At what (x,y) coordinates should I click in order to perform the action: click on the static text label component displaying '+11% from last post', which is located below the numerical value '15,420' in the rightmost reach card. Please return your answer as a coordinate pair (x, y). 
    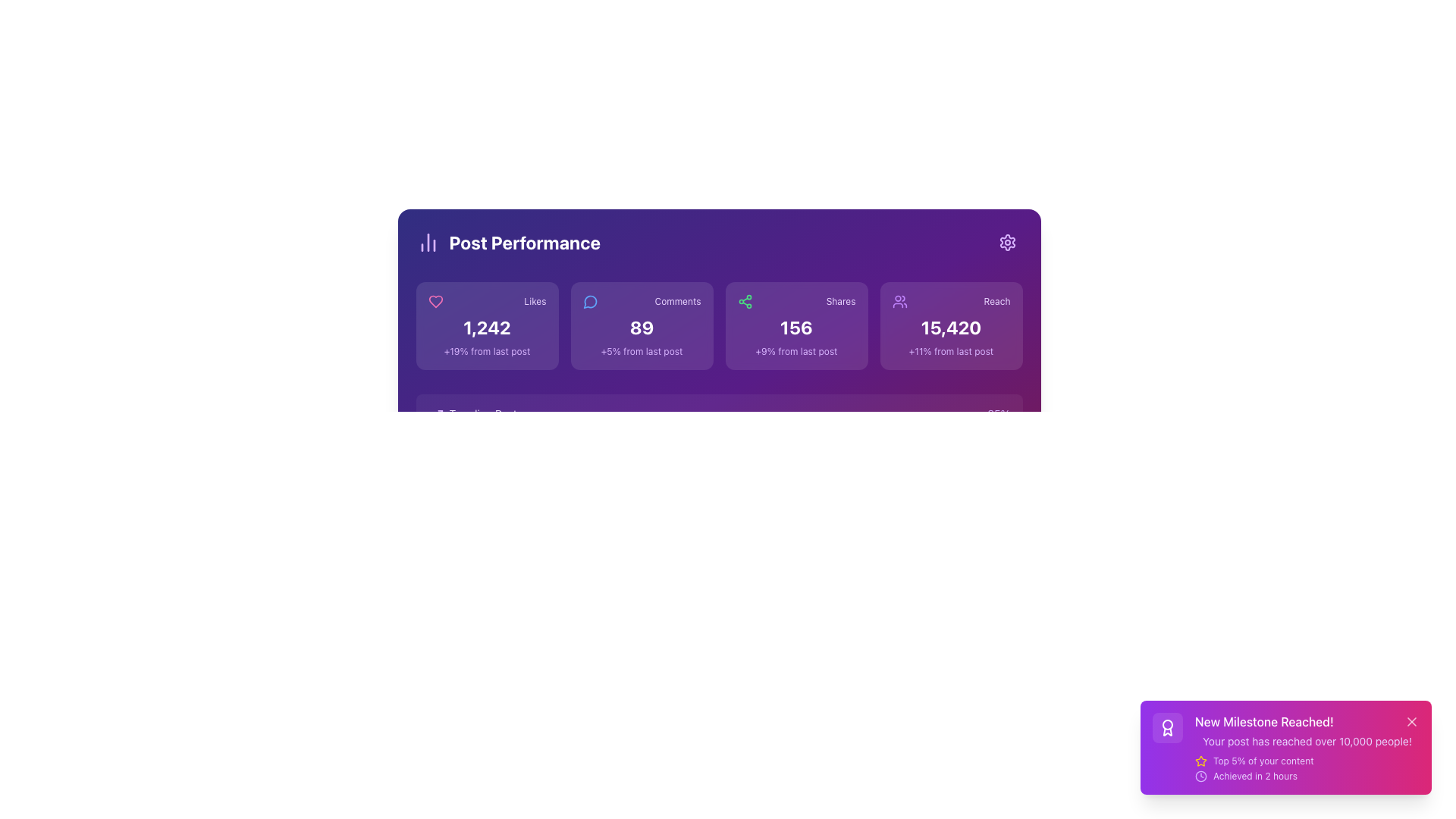
    Looking at the image, I should click on (950, 351).